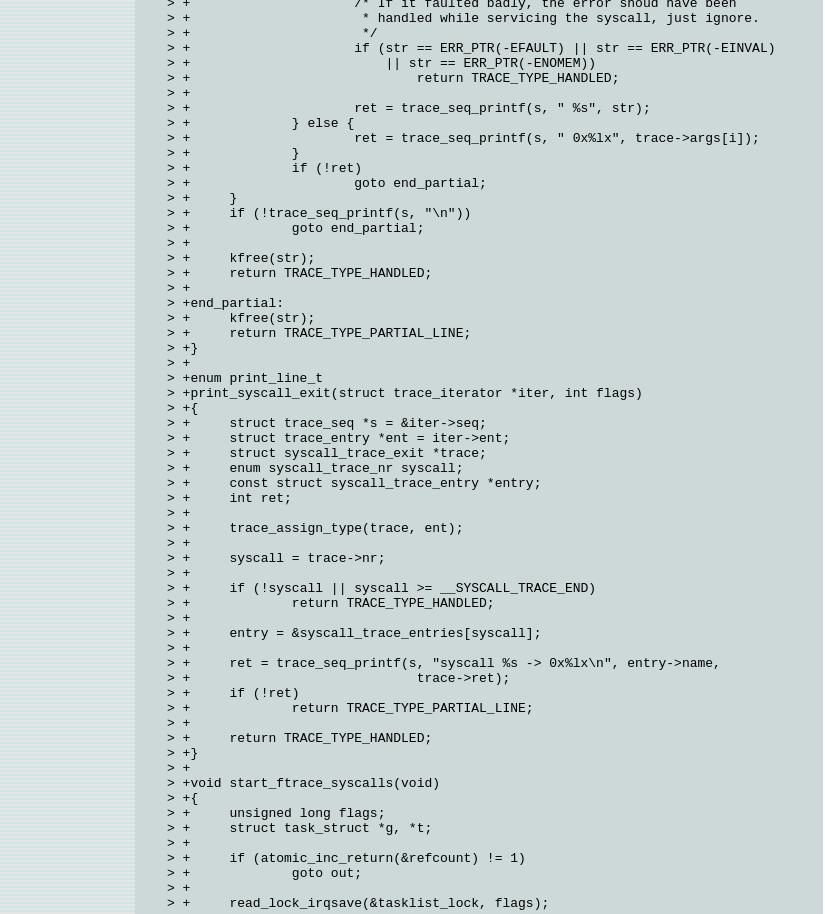  Describe the element at coordinates (348, 707) in the screenshot. I see `'> +		return TRACE_TYPE_PARTIAL_LINE;'` at that location.